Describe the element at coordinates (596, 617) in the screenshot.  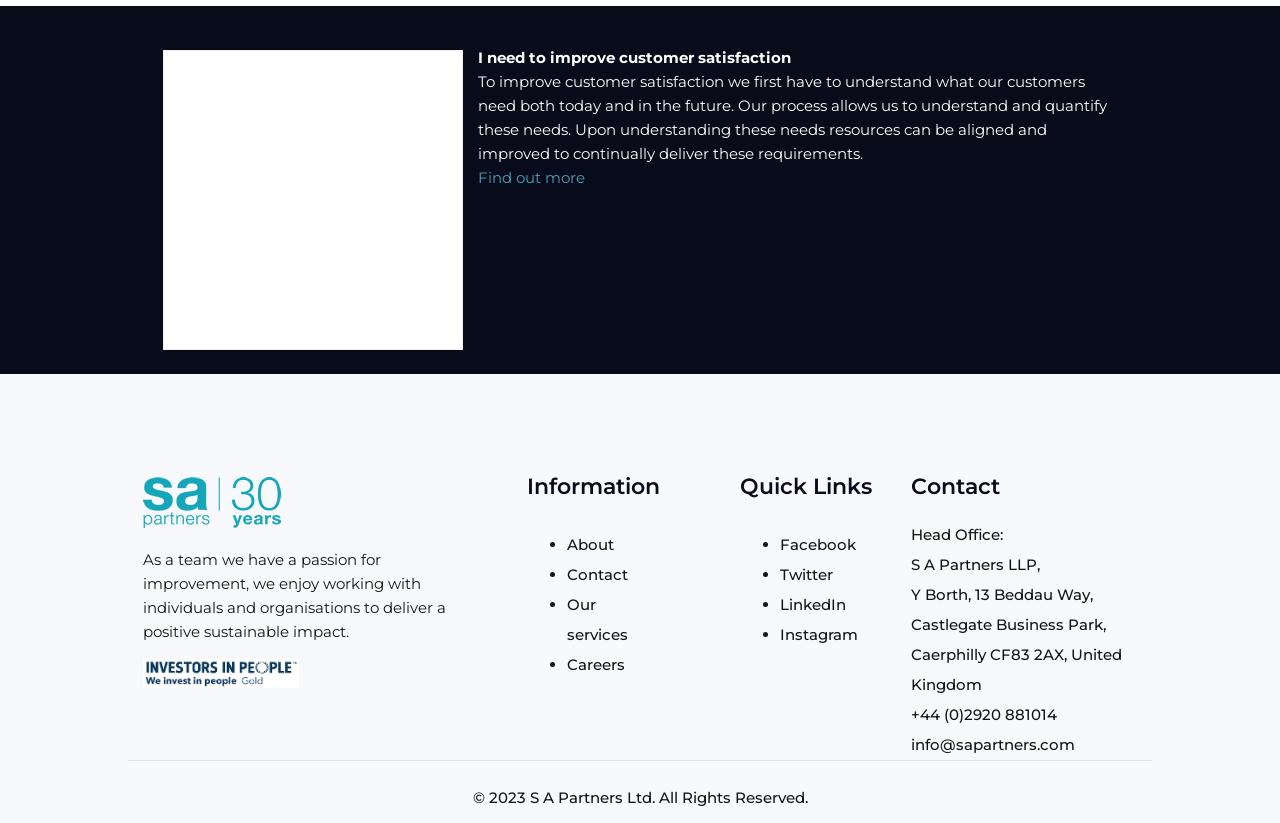
I see `'Our services'` at that location.